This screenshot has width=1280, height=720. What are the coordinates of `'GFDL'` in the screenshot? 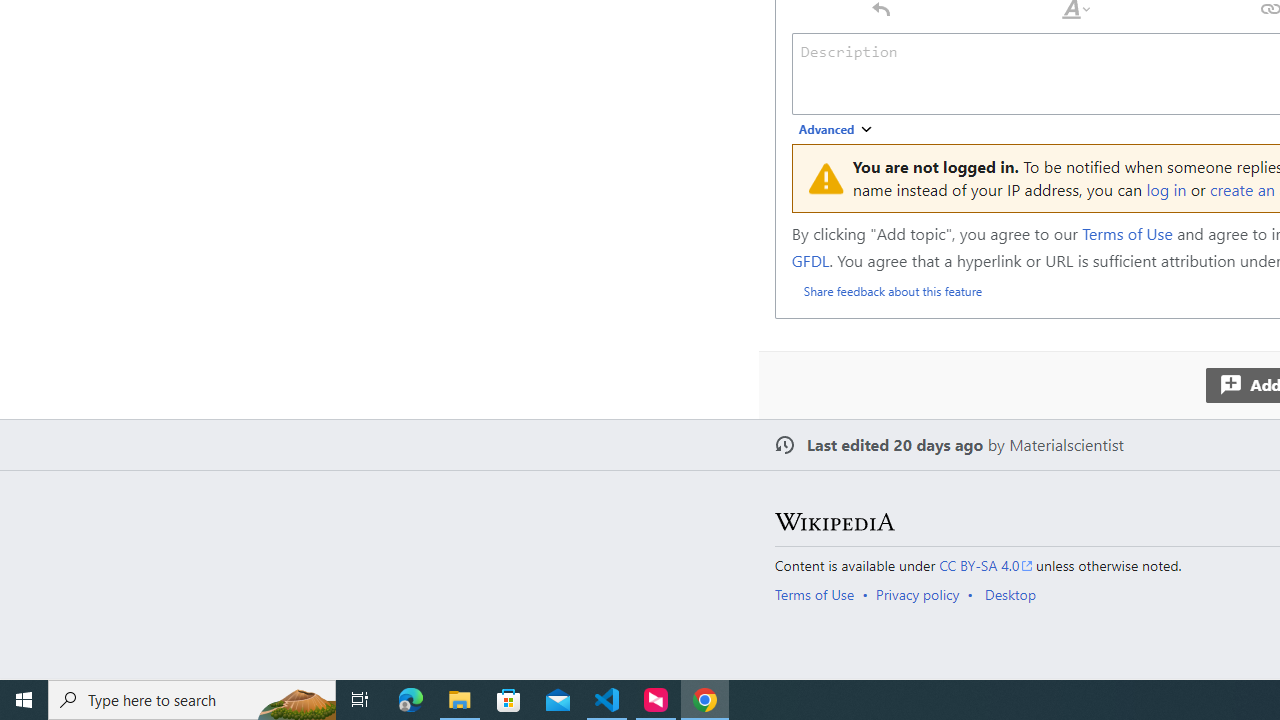 It's located at (810, 258).